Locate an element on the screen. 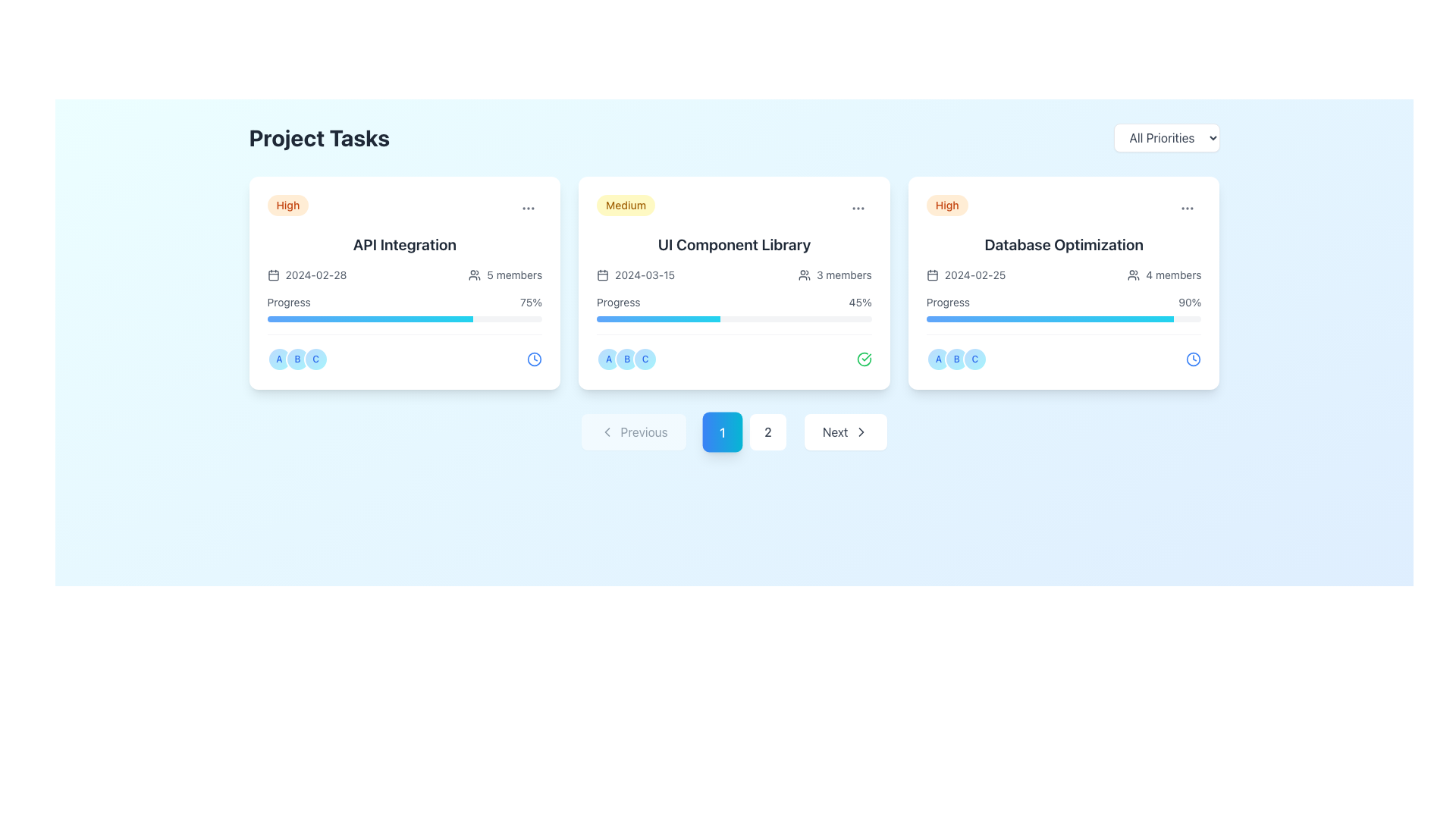 The image size is (1456, 819). the priority label located at the top-left corner of the card, above the title 'API Integration' is located at coordinates (287, 205).